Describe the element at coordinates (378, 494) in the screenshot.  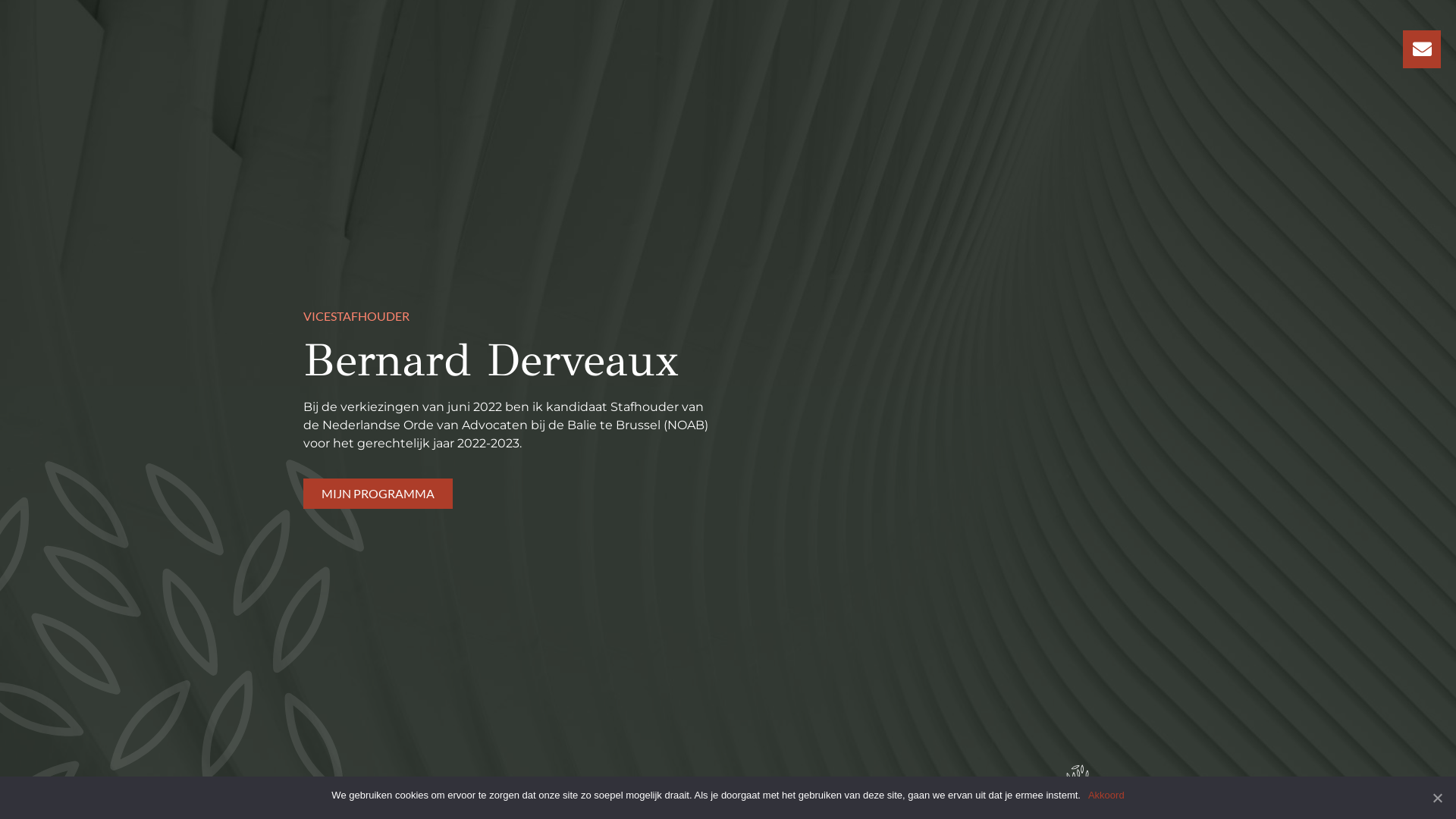
I see `'MIJN PROGRAMMA'` at that location.